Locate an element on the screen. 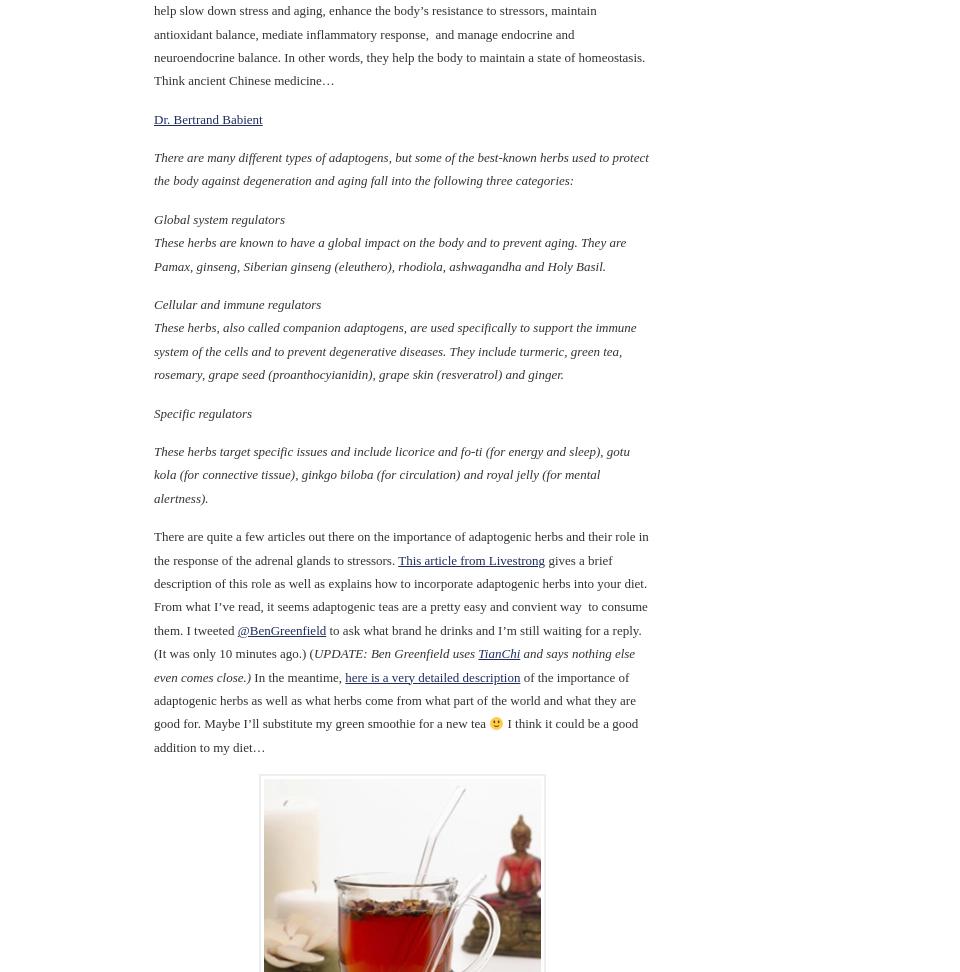 This screenshot has height=972, width=960. 'Specific regulators' is located at coordinates (203, 412).